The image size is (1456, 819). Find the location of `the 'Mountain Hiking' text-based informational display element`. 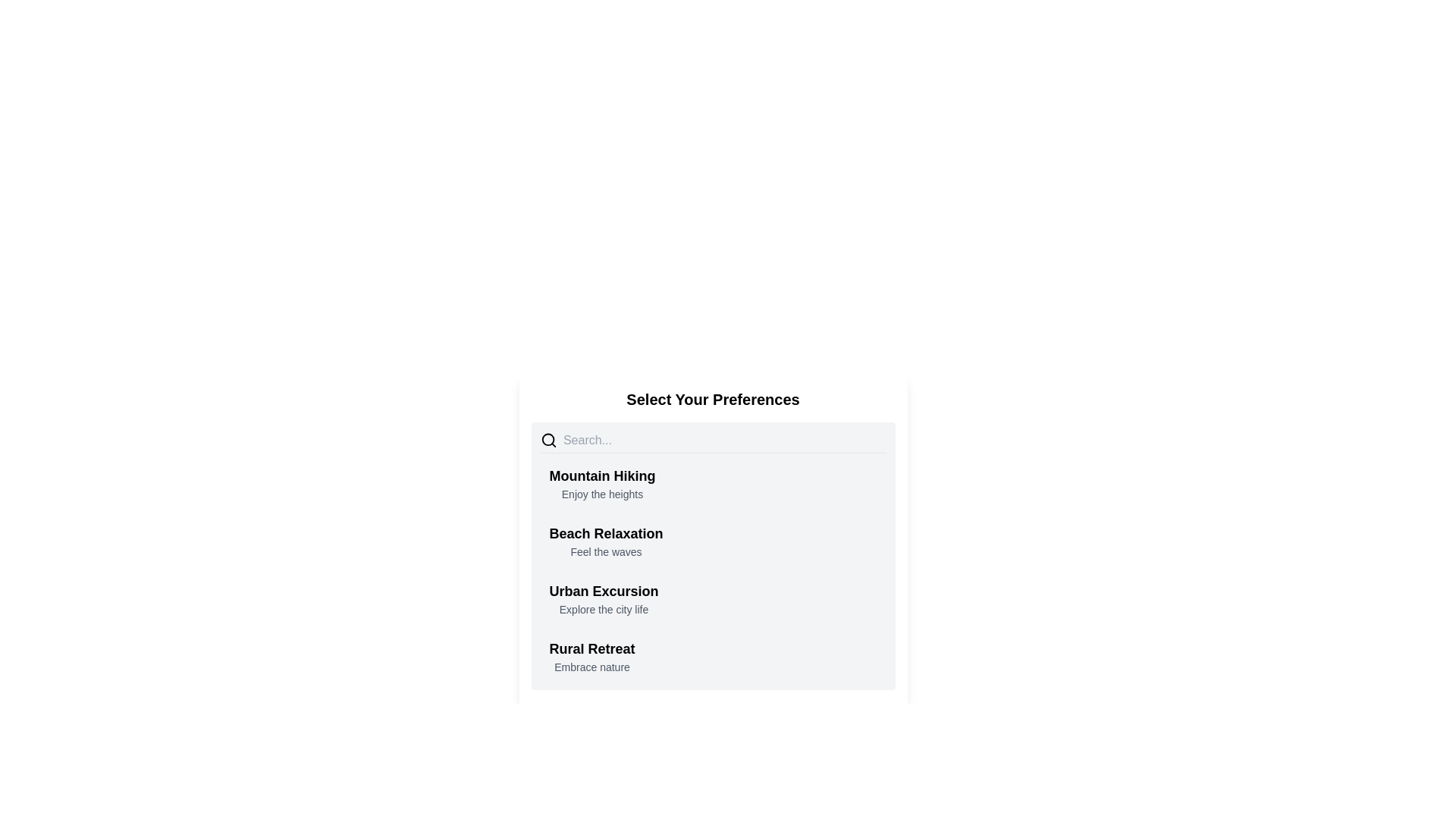

the 'Mountain Hiking' text-based informational display element is located at coordinates (601, 483).